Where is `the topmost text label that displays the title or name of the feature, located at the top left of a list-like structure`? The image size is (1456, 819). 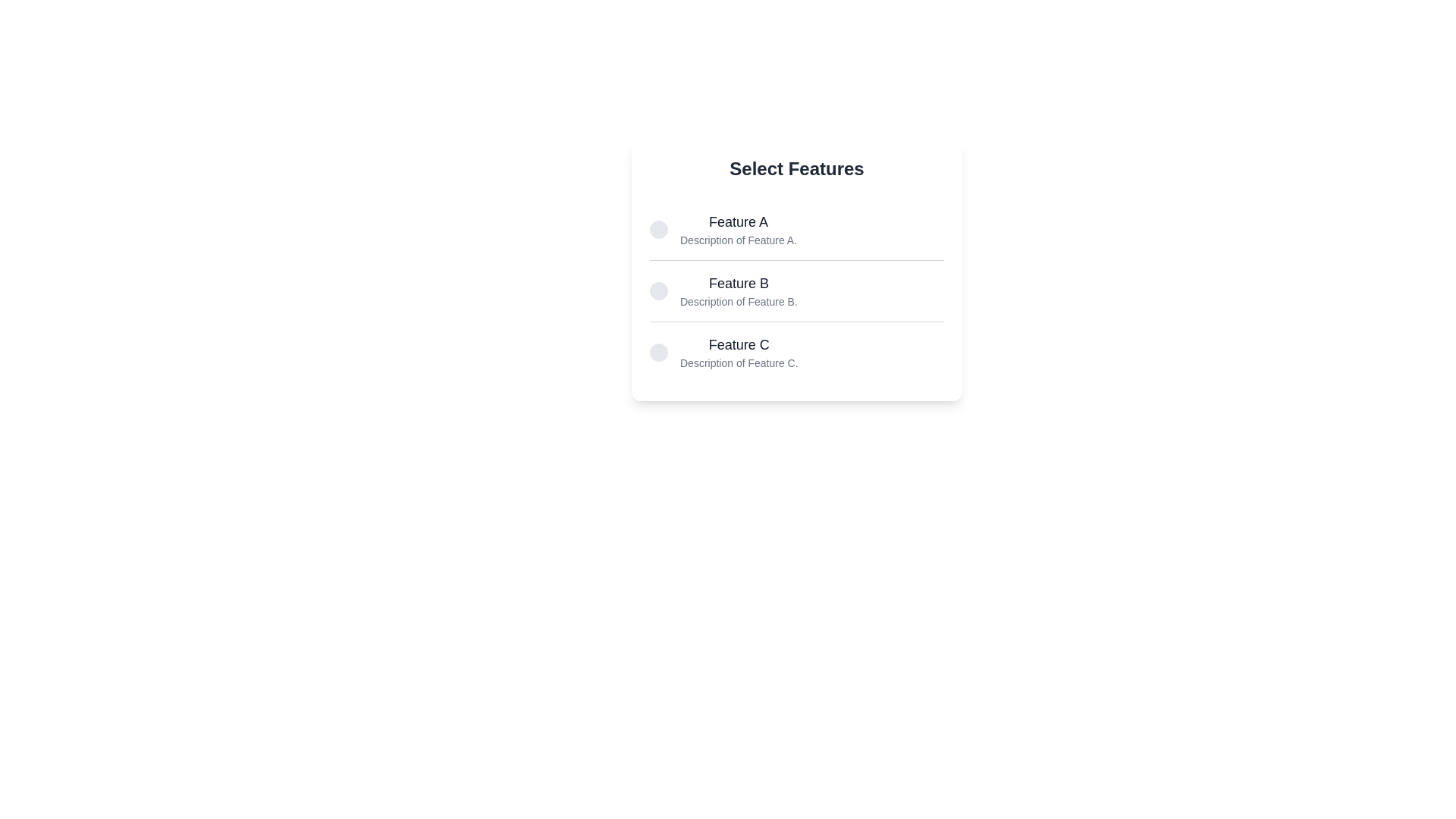 the topmost text label that displays the title or name of the feature, located at the top left of a list-like structure is located at coordinates (739, 222).